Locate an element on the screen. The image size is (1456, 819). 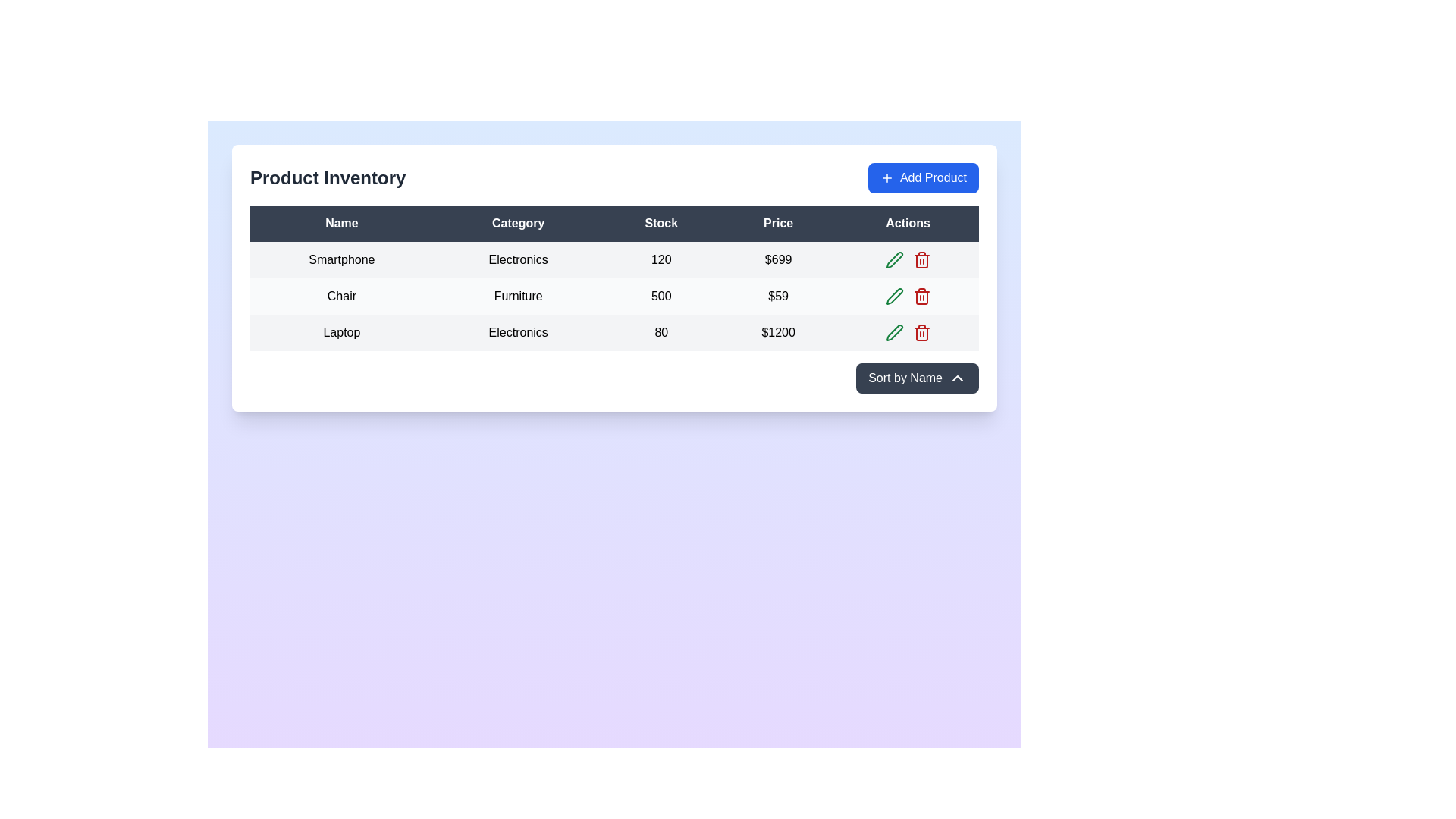
the static text label displaying 'Chair' in black font, located in the first cell of the second row under the 'Name' column of the table is located at coordinates (341, 296).